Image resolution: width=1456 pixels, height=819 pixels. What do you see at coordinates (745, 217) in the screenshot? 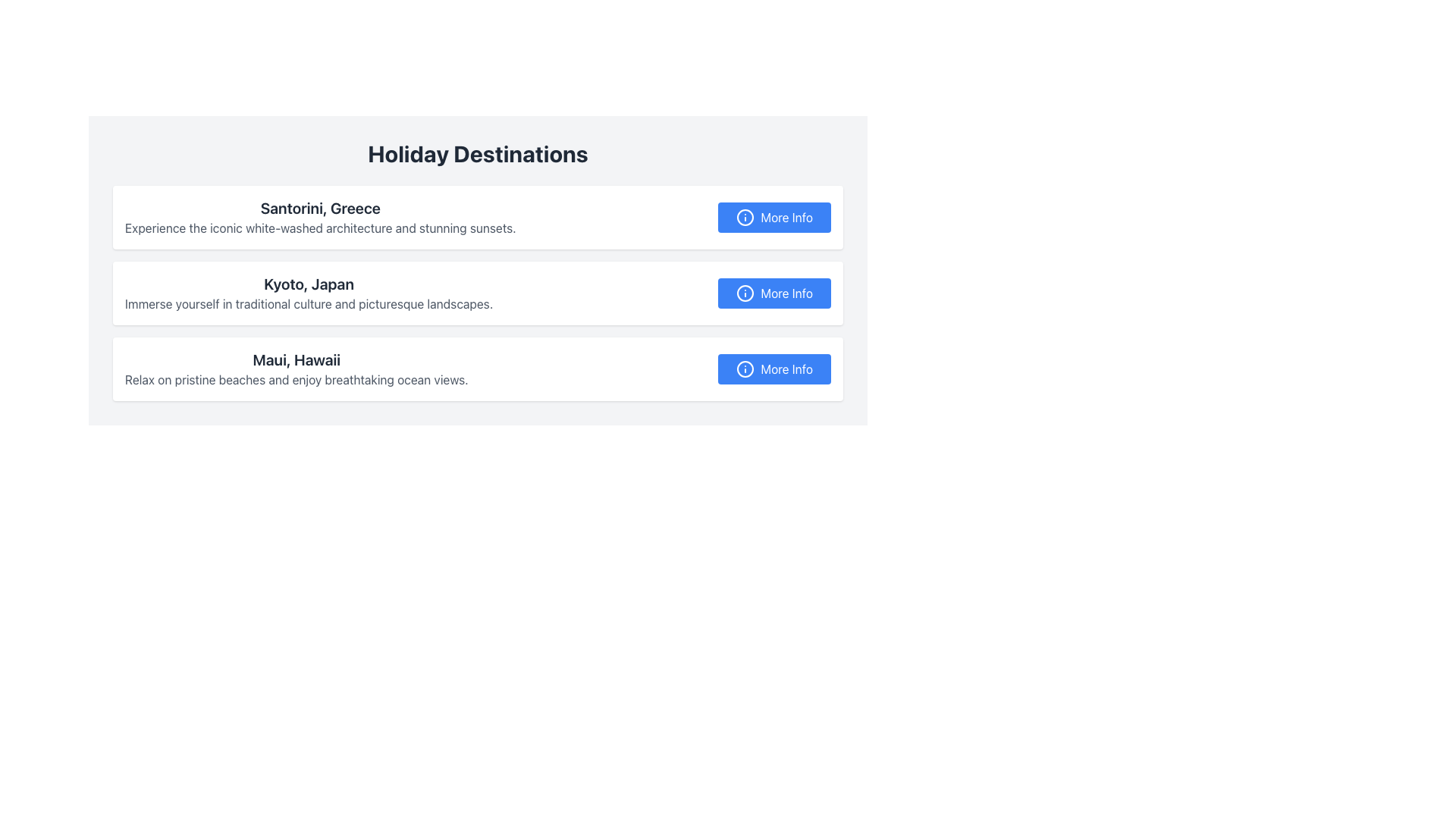
I see `the Decorative Circle located within the 'info' icon near the 'More Info' button for the Santorini, Greece entry` at bounding box center [745, 217].